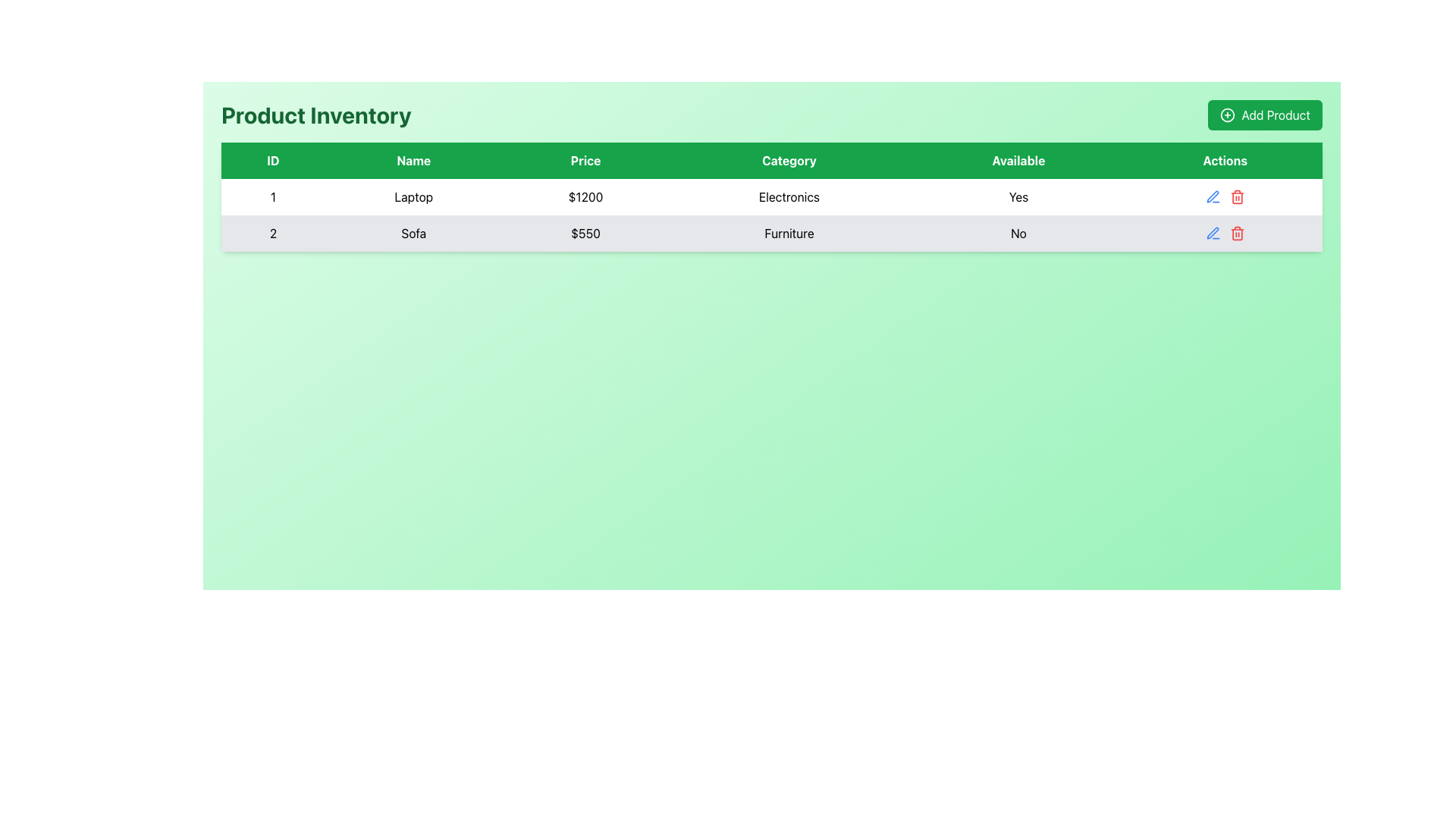 This screenshot has width=1456, height=819. I want to click on the edit icon located in the 'Actions' column of the second row in the 'Product Inventory' table, next to the 'Sofa' entry, so click(1212, 233).